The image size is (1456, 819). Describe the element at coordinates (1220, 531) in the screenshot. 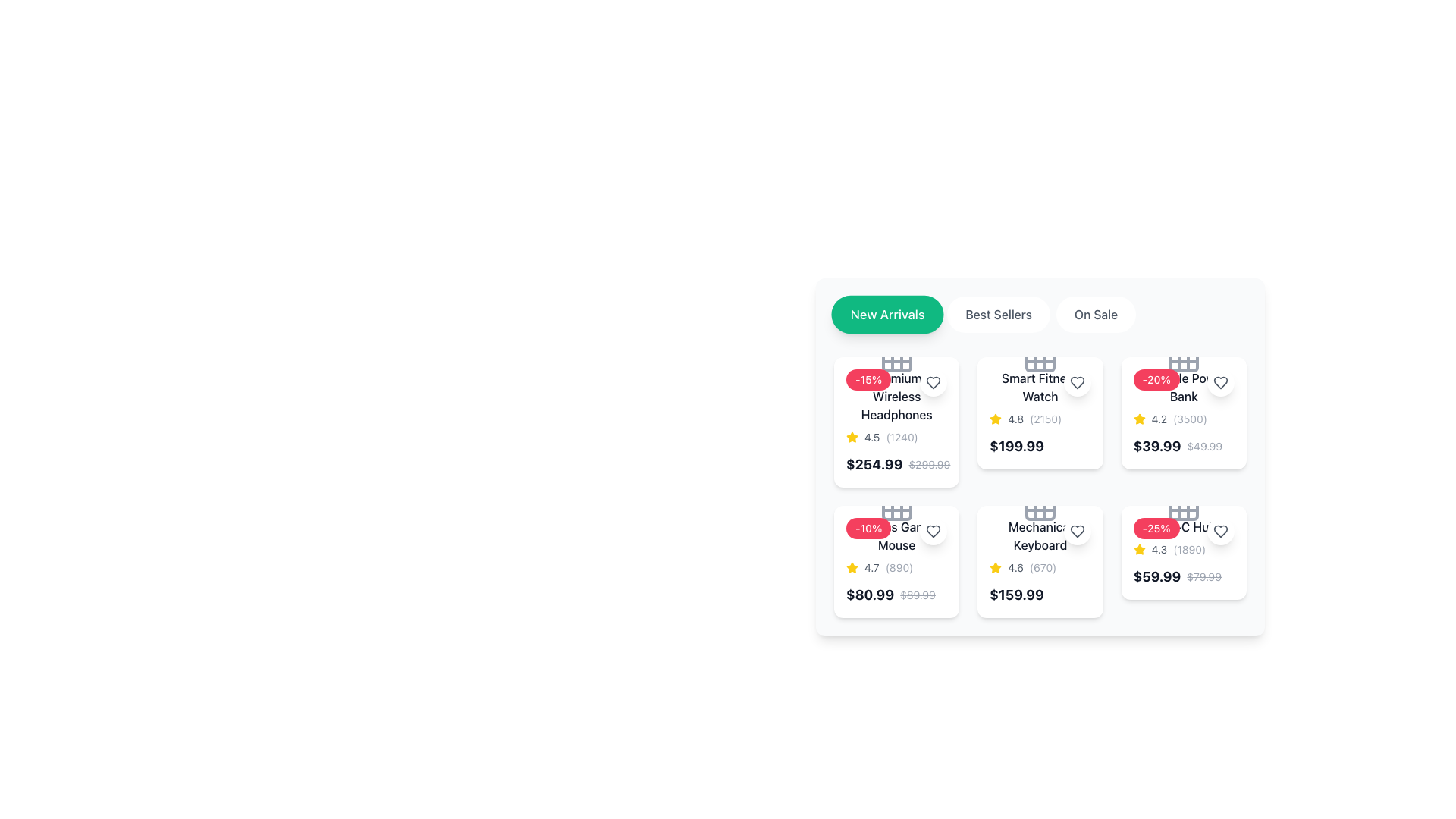

I see `the heart icon located at the top-right corner of the product card in the bottom-right of the grid to like or save the product for later reference` at that location.